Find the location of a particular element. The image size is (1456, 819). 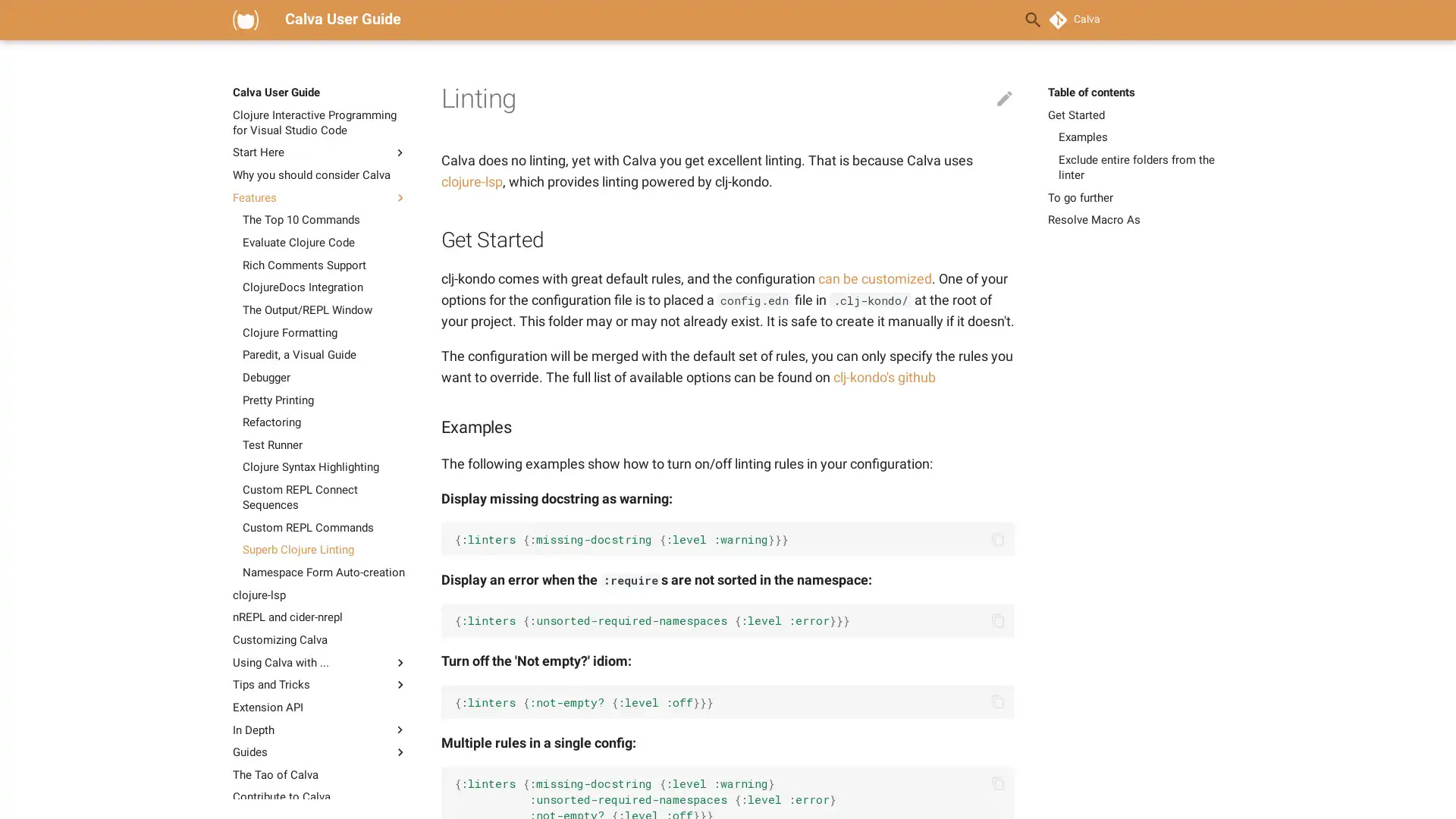

Clear is located at coordinates (996, 20).